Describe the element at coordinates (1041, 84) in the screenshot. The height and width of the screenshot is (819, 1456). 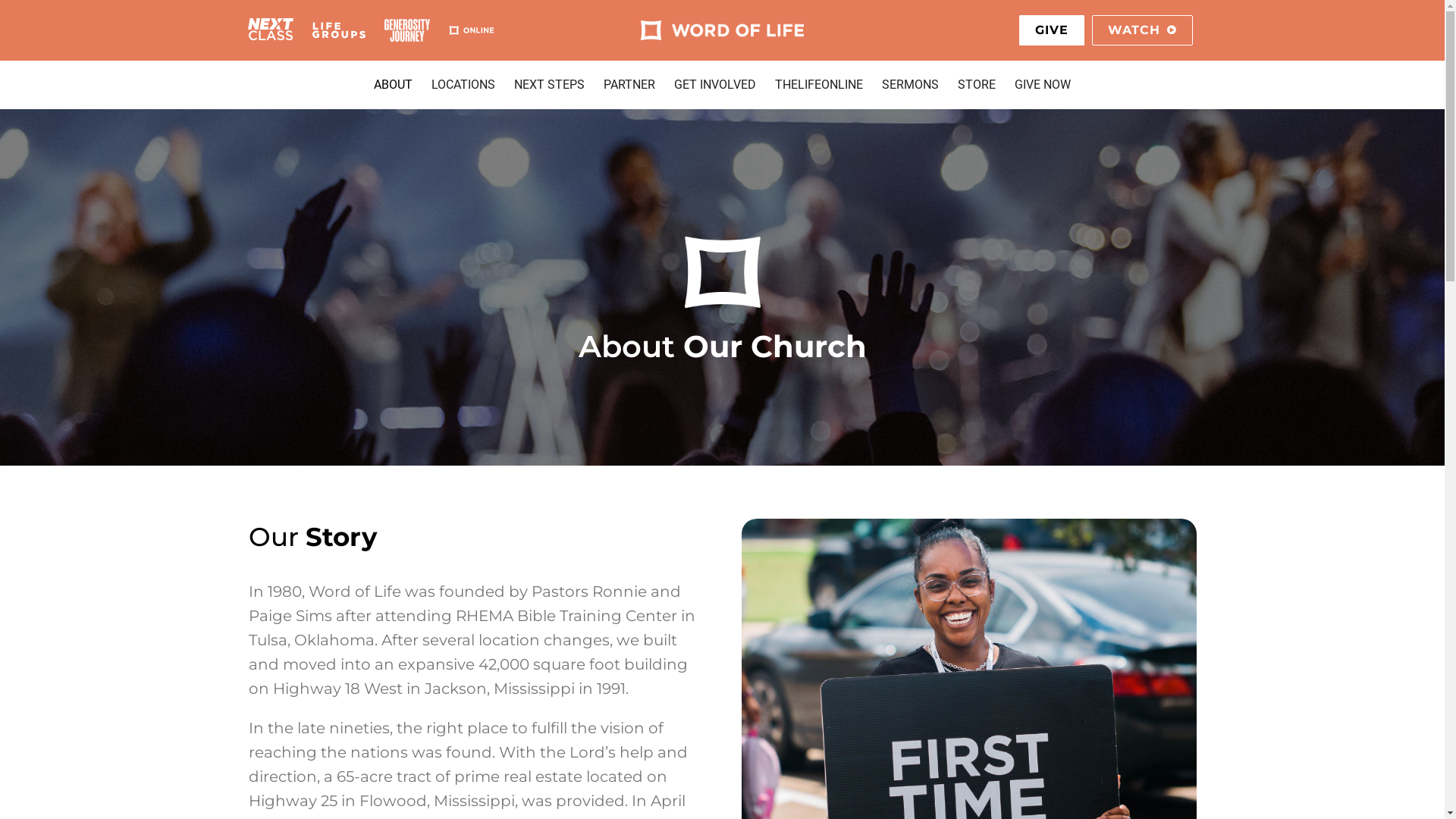
I see `'GIVE NOW'` at that location.